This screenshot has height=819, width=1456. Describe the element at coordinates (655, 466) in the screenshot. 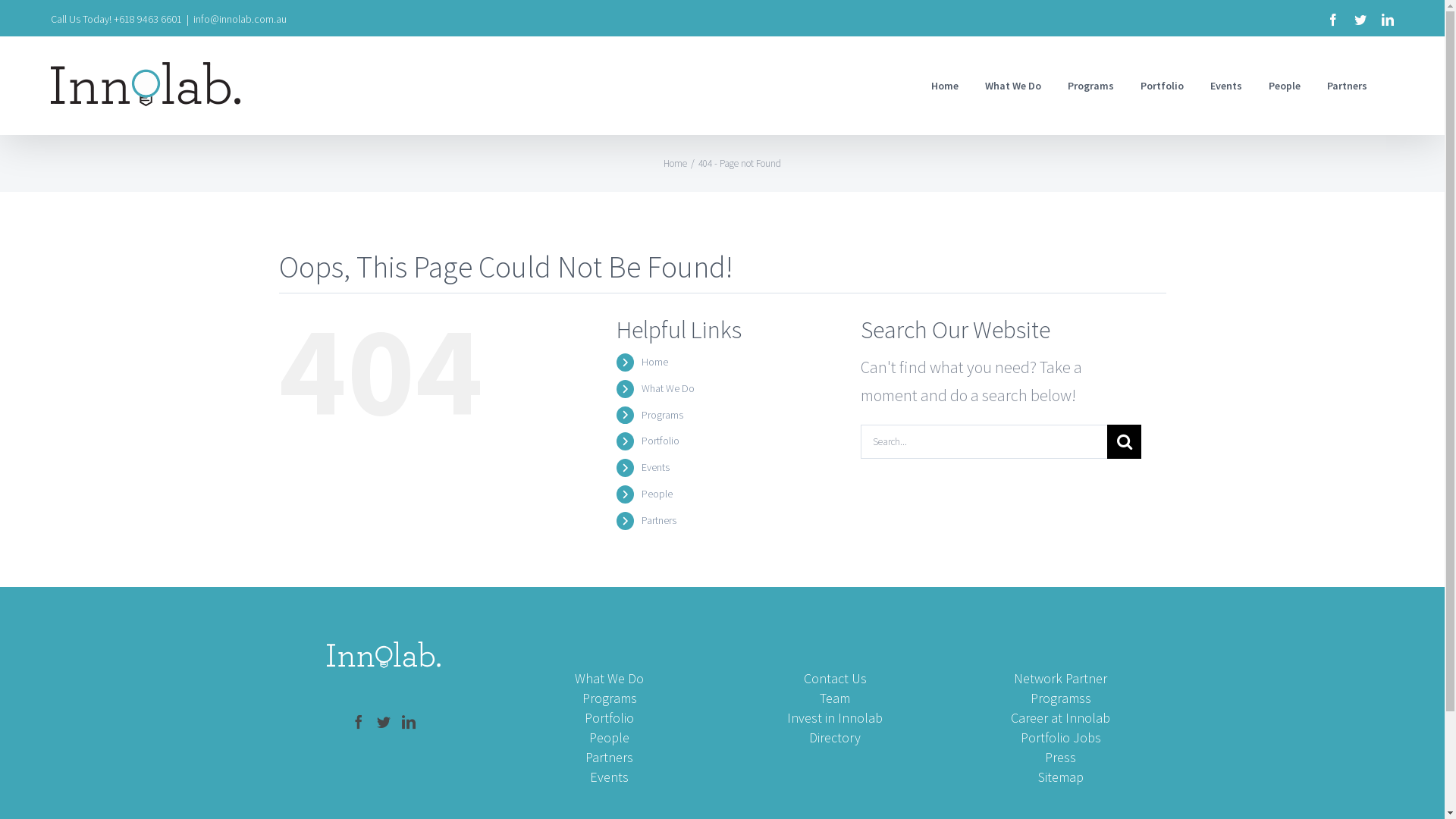

I see `'Events'` at that location.